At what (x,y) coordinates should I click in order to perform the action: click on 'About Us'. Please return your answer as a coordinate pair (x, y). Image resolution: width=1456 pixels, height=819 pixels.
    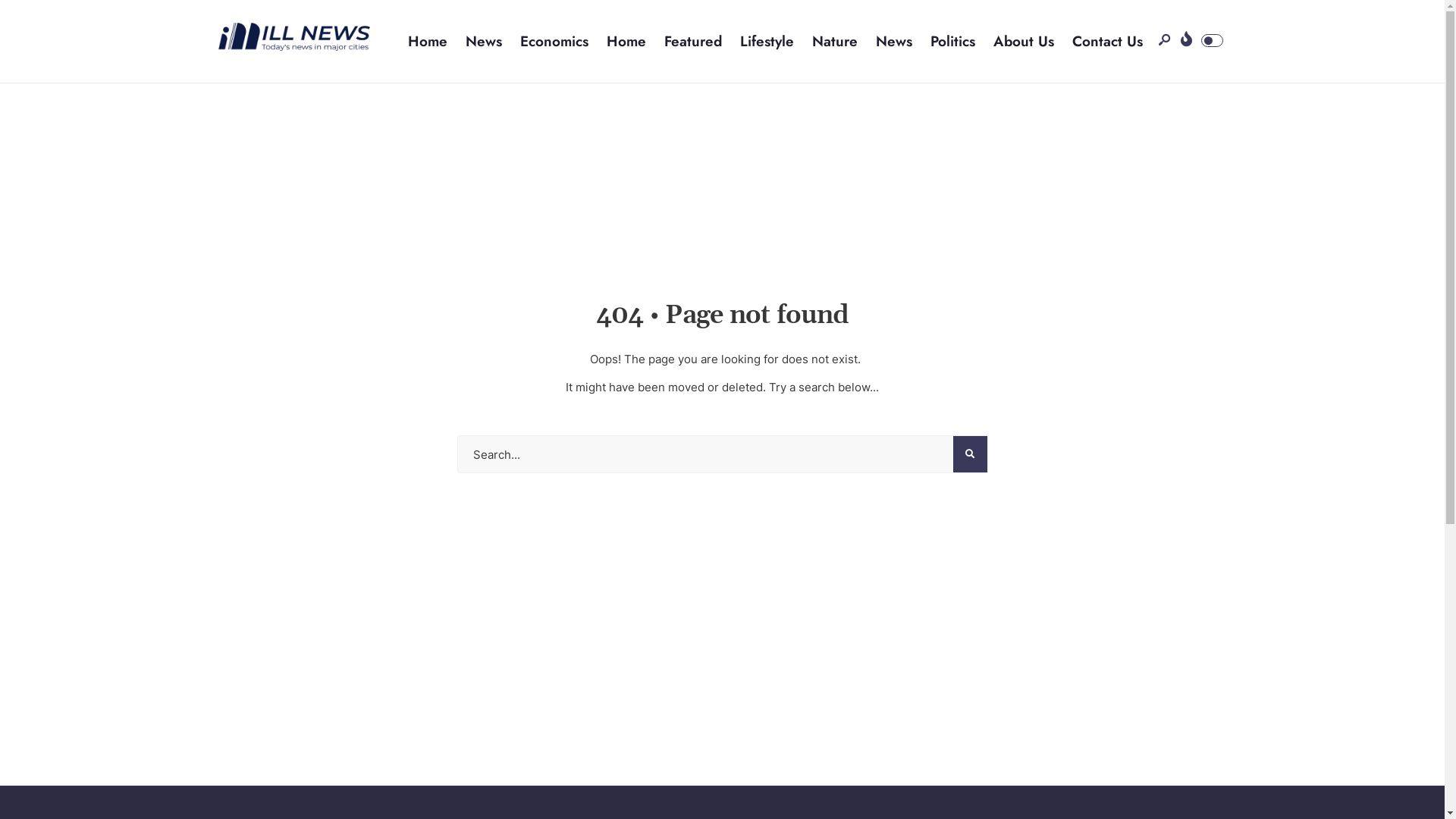
    Looking at the image, I should click on (1023, 40).